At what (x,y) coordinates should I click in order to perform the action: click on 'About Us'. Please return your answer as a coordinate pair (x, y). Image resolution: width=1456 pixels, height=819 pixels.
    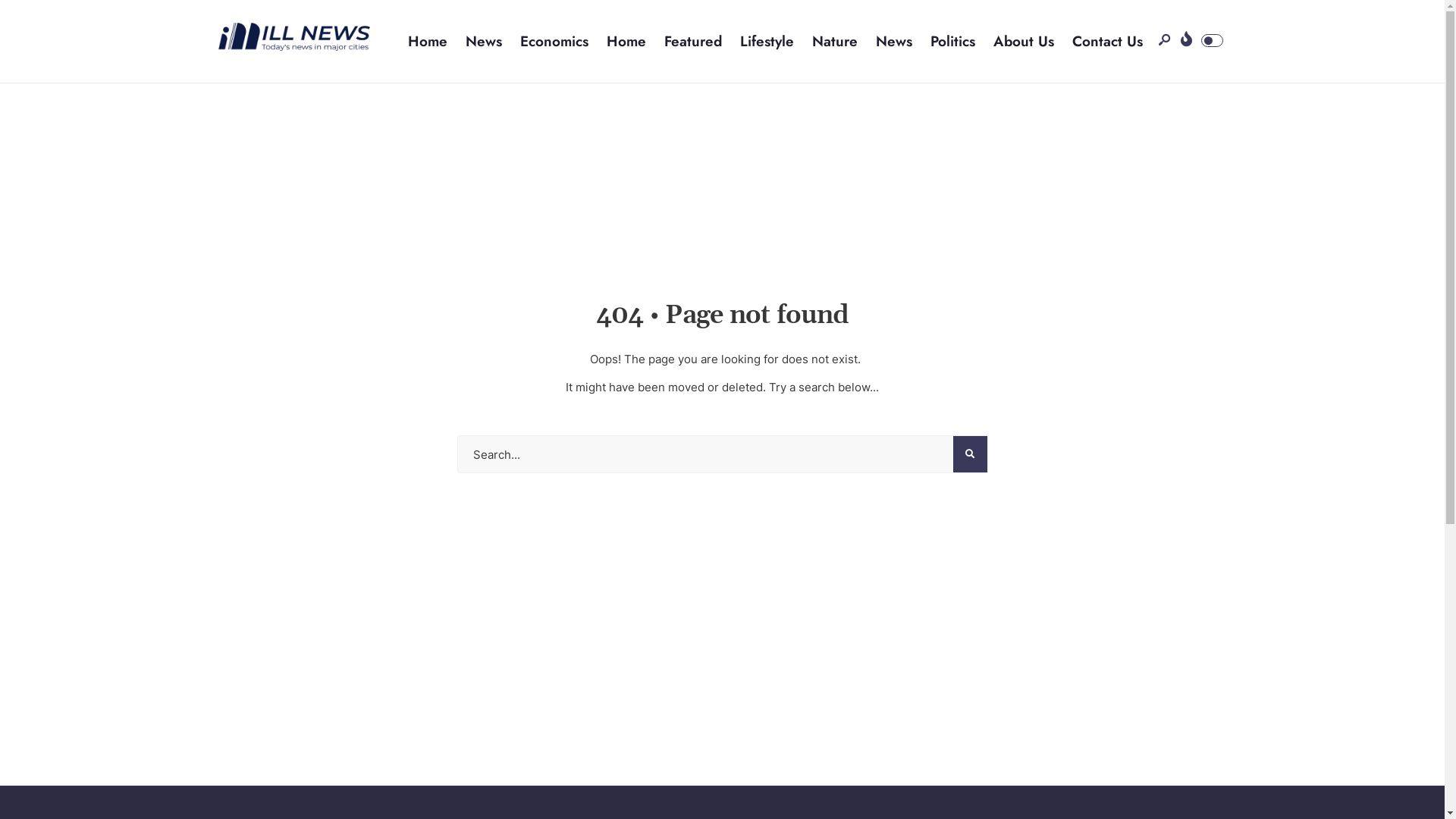
    Looking at the image, I should click on (1023, 40).